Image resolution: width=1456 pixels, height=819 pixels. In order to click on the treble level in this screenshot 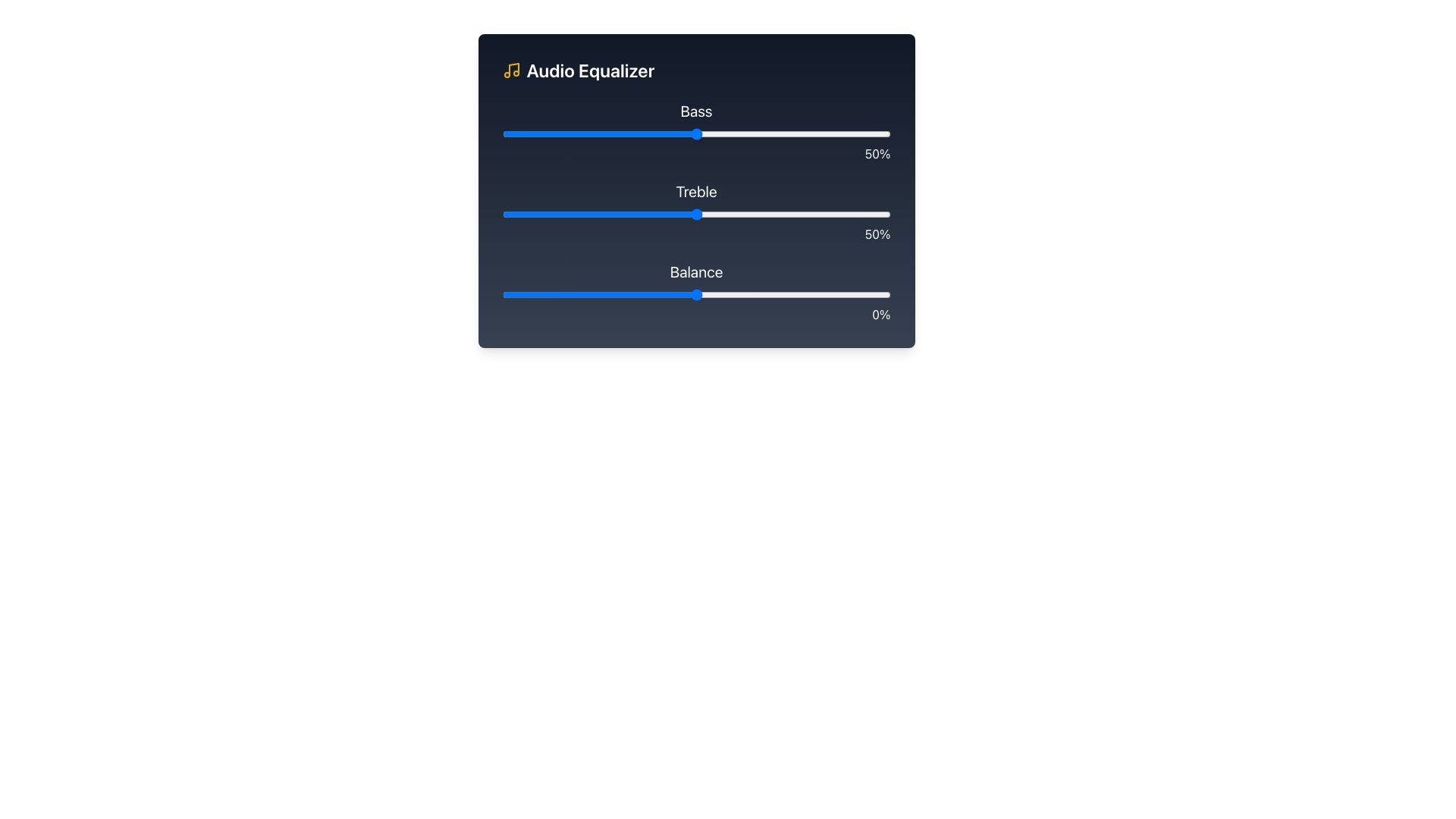, I will do `click(672, 214)`.